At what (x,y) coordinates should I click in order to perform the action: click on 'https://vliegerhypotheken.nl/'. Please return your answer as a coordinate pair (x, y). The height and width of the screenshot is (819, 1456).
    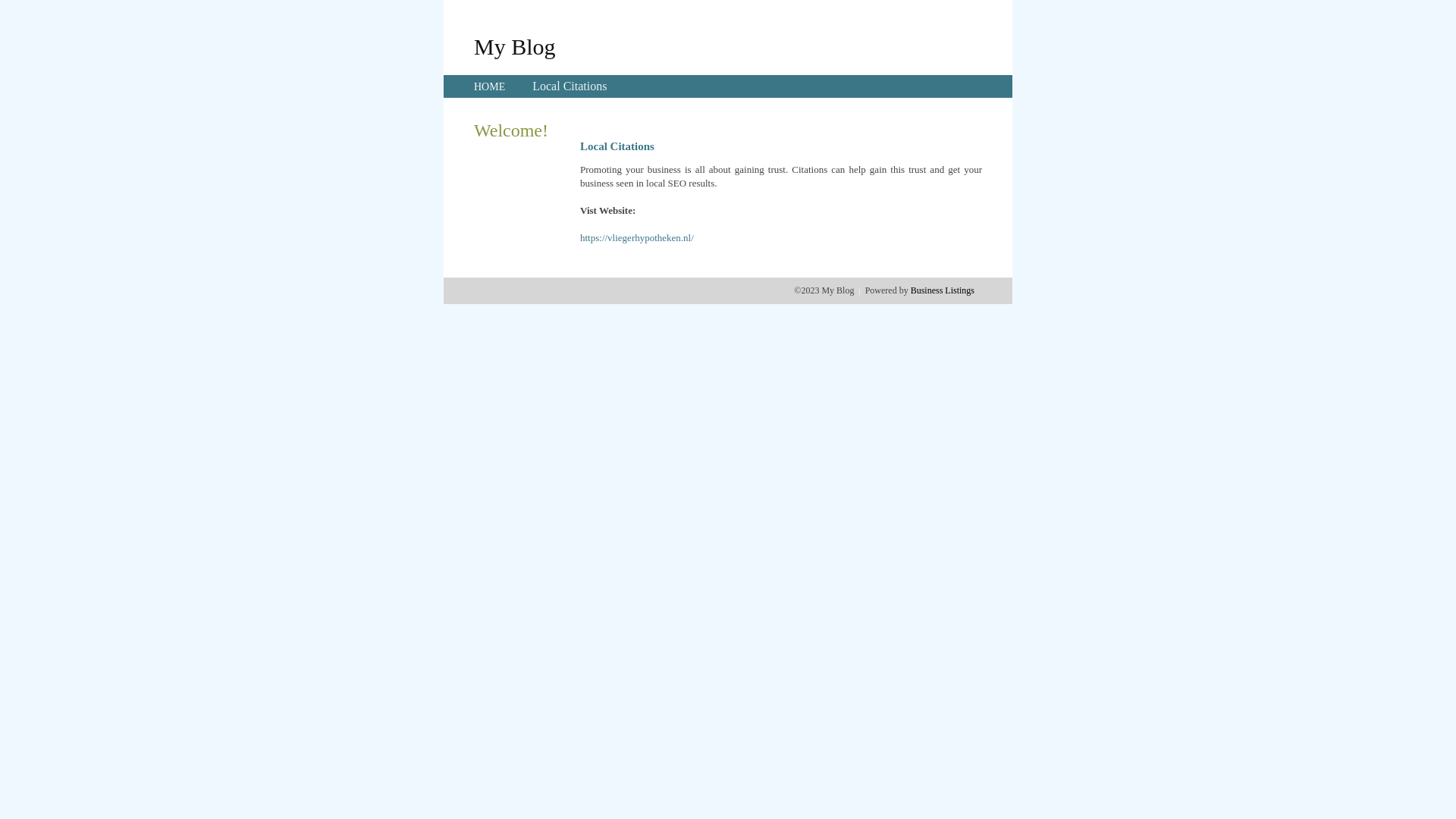
    Looking at the image, I should click on (637, 237).